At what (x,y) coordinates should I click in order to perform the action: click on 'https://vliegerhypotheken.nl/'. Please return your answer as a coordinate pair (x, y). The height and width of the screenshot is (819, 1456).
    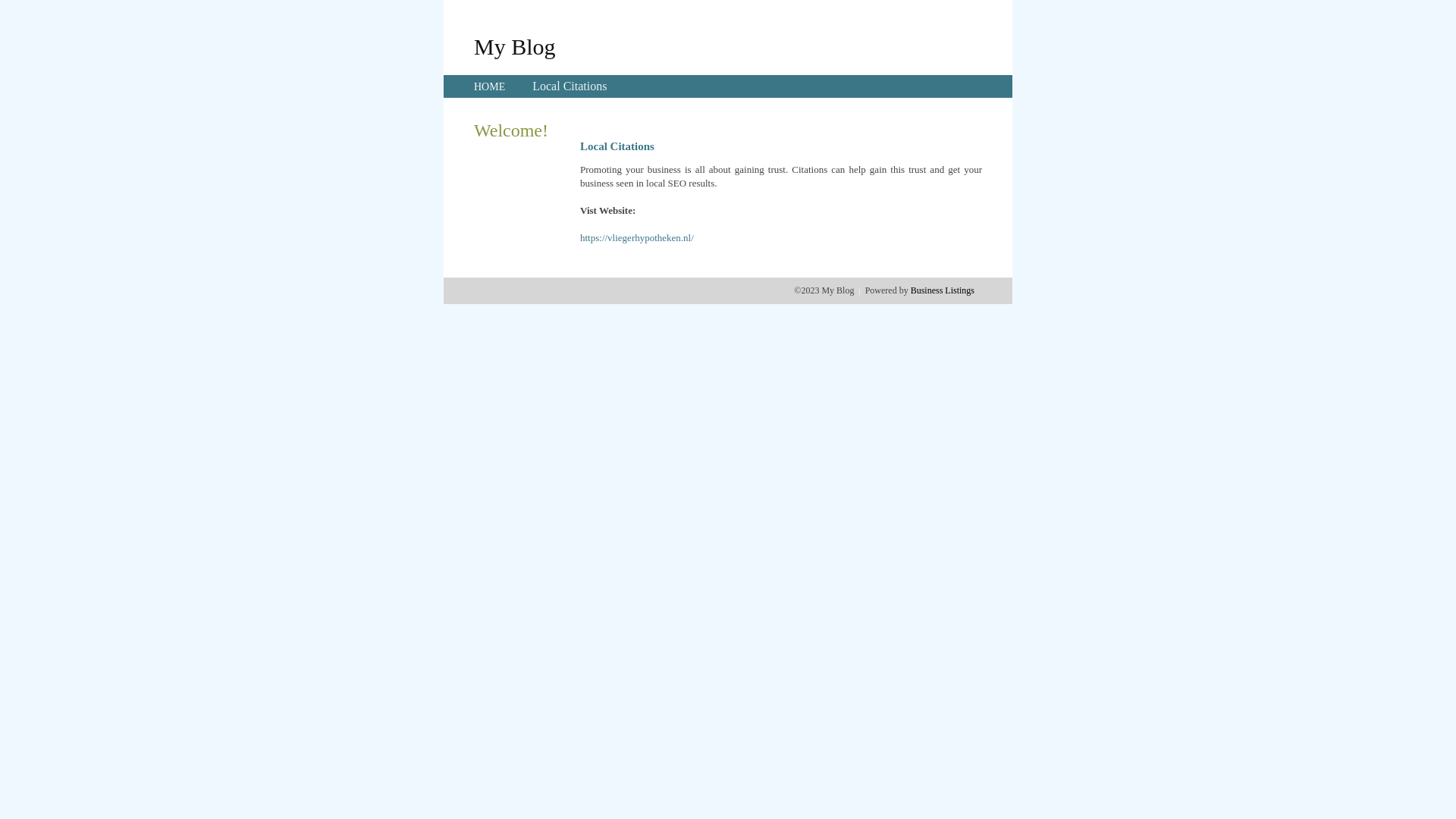
    Looking at the image, I should click on (637, 237).